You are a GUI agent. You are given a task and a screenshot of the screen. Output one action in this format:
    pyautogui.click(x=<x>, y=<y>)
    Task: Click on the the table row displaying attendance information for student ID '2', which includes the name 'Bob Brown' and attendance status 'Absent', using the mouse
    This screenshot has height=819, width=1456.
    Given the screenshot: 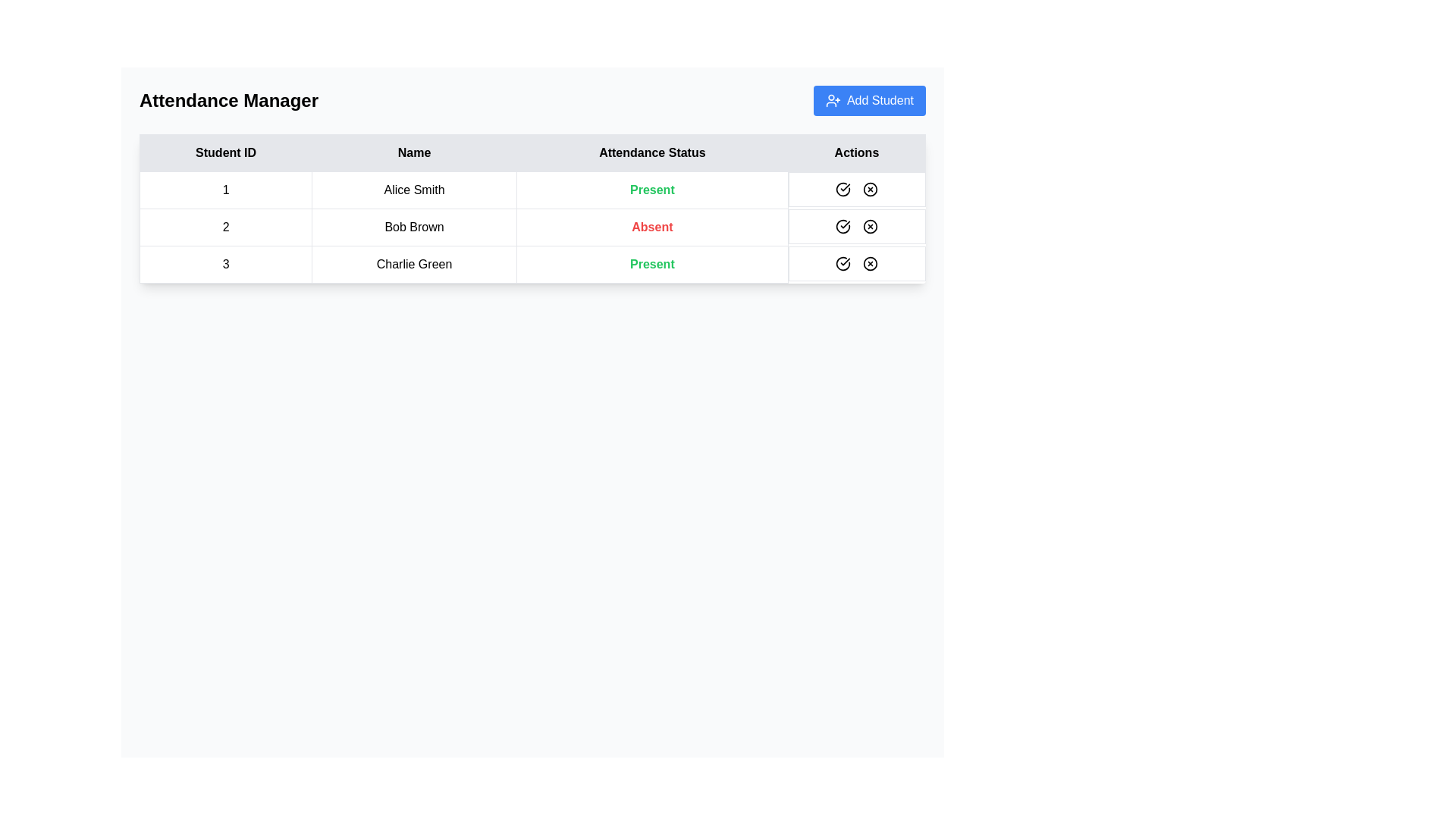 What is the action you would take?
    pyautogui.click(x=532, y=227)
    